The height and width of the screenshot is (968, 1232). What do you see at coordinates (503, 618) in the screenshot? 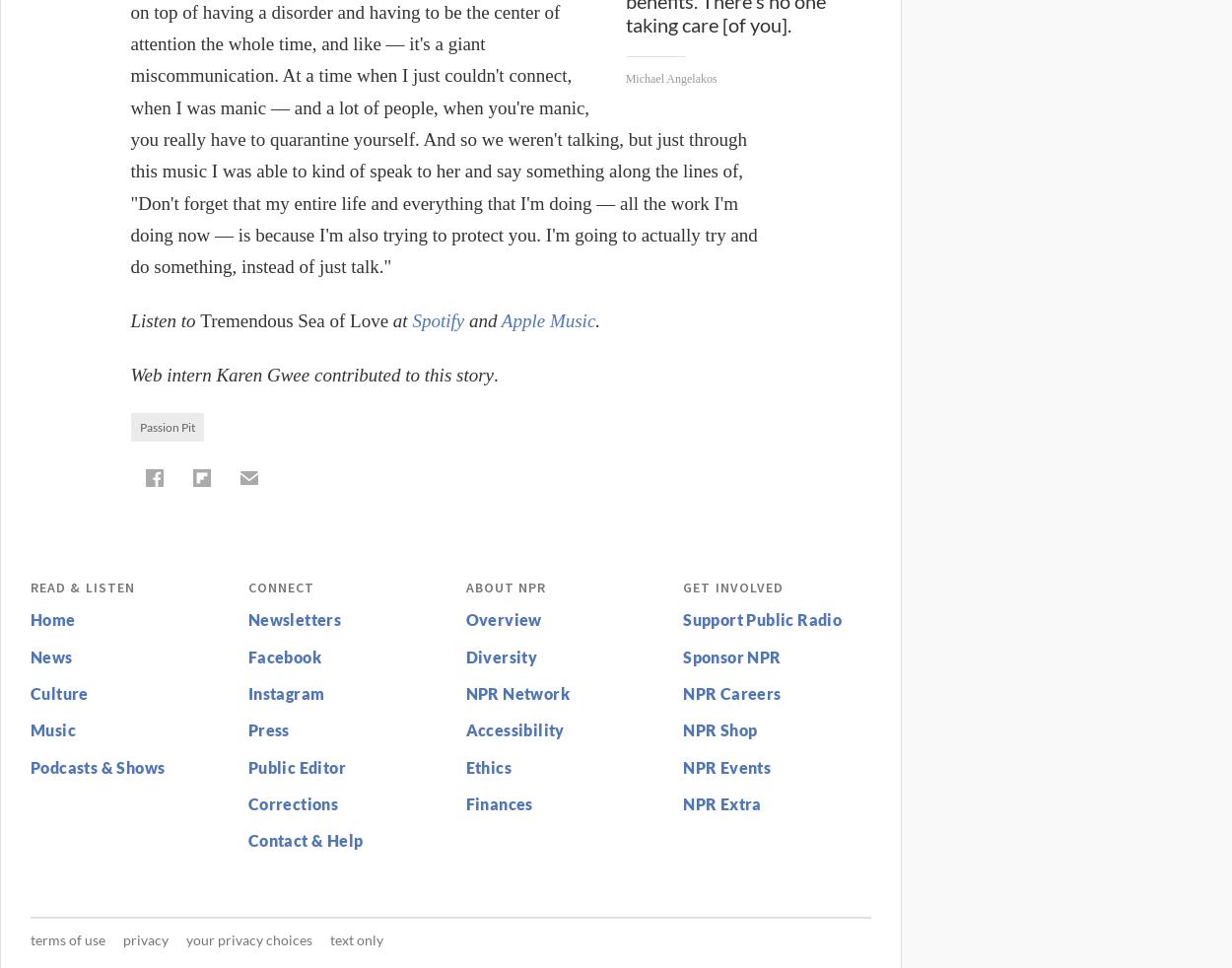
I see `'Overview'` at bounding box center [503, 618].